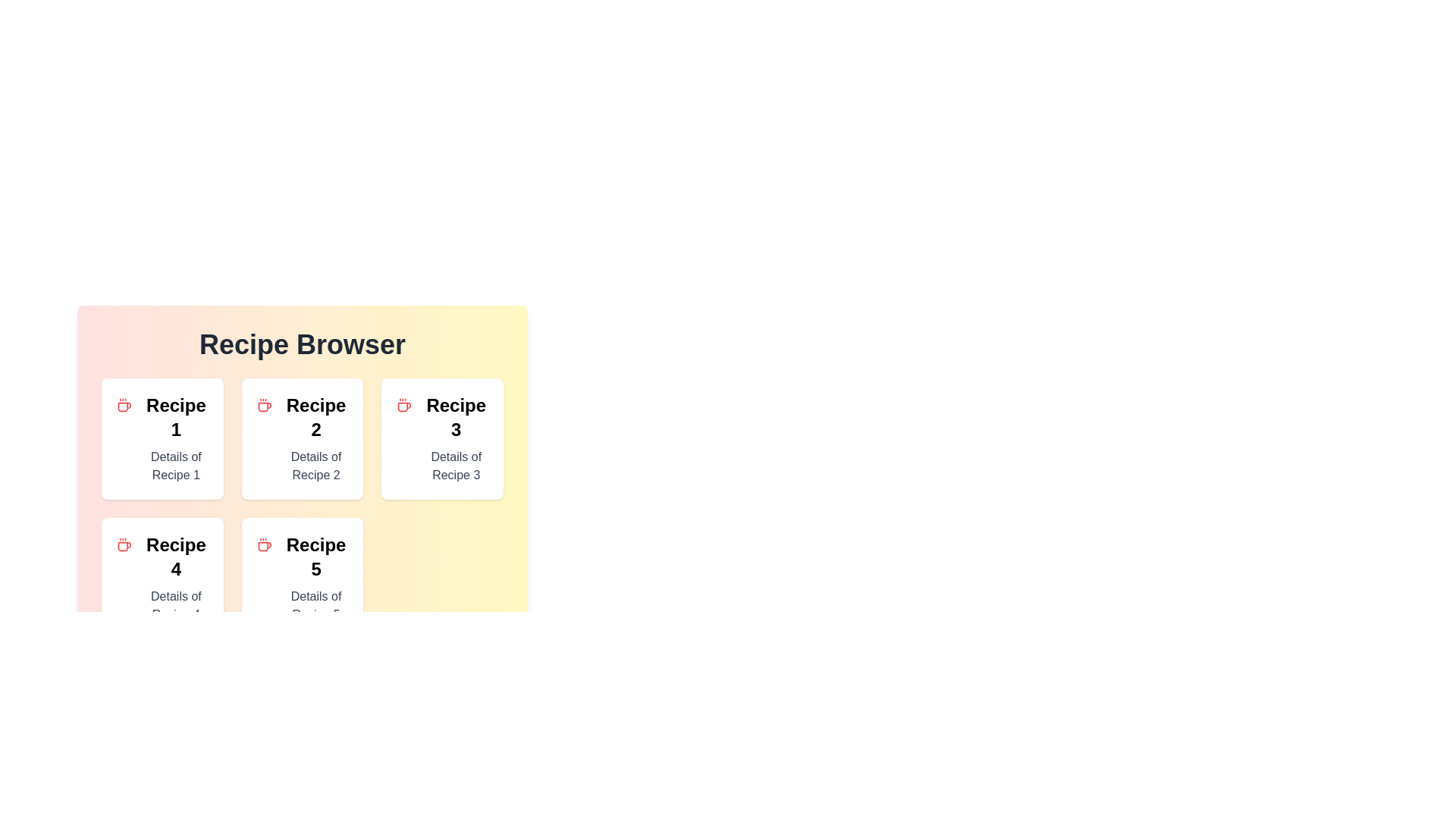 The width and height of the screenshot is (1456, 819). Describe the element at coordinates (264, 544) in the screenshot. I see `the red coffee cup icon located in the top-left corner of the 'Recipe 5' card, adjacent to the title text 'Recipe 5'` at that location.